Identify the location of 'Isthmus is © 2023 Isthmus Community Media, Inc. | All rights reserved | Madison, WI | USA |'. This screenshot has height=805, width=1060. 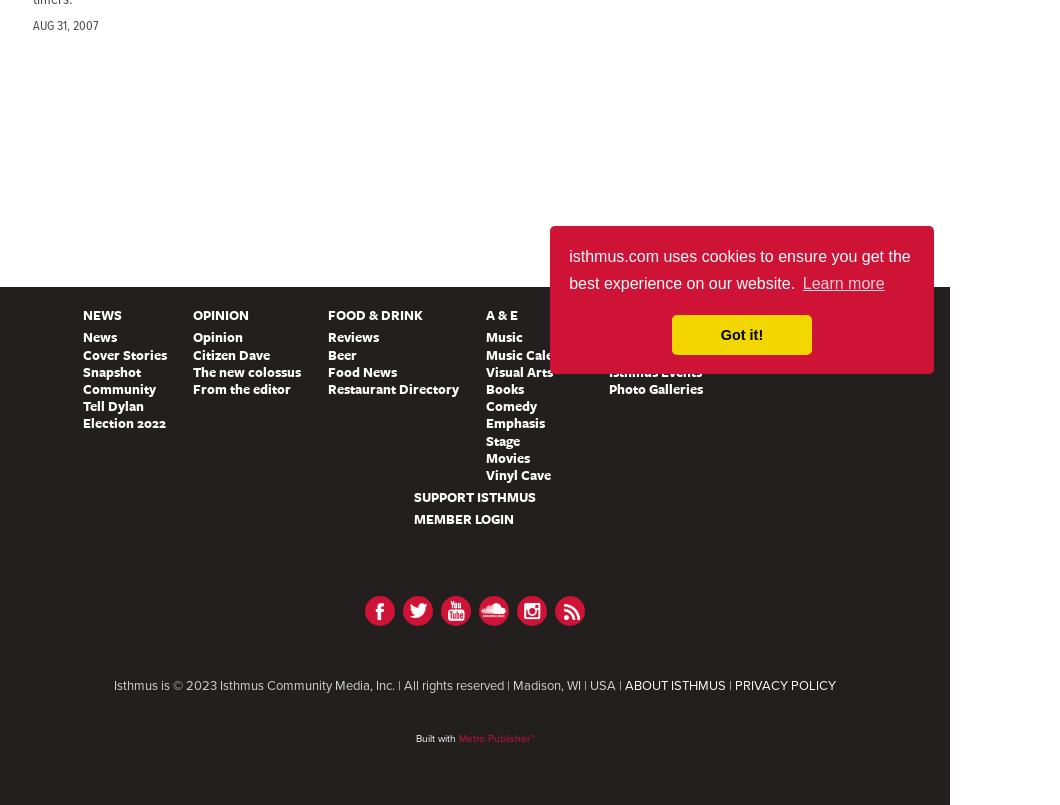
(369, 685).